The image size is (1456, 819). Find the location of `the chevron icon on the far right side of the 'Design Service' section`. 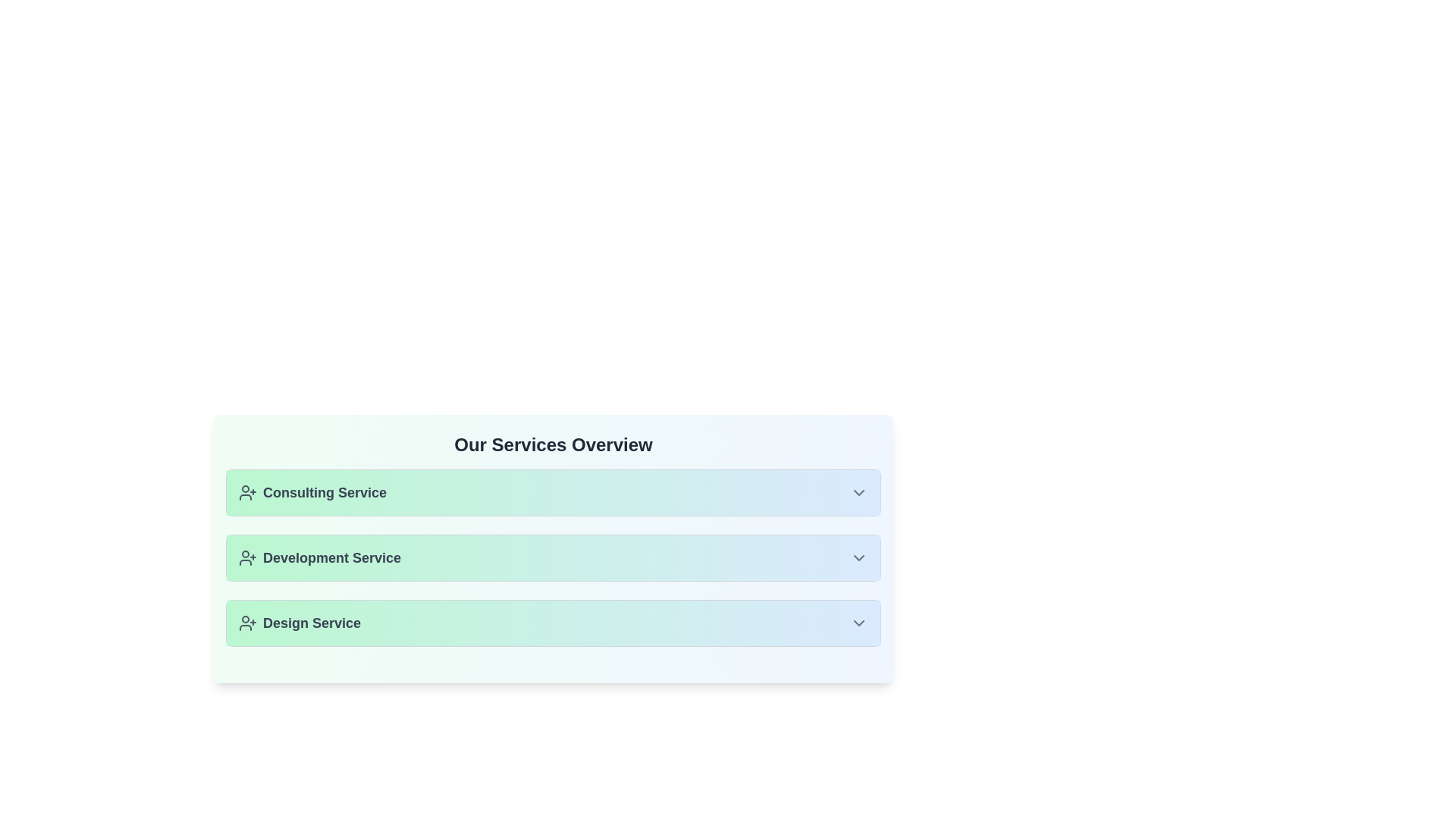

the chevron icon on the far right side of the 'Design Service' section is located at coordinates (858, 623).